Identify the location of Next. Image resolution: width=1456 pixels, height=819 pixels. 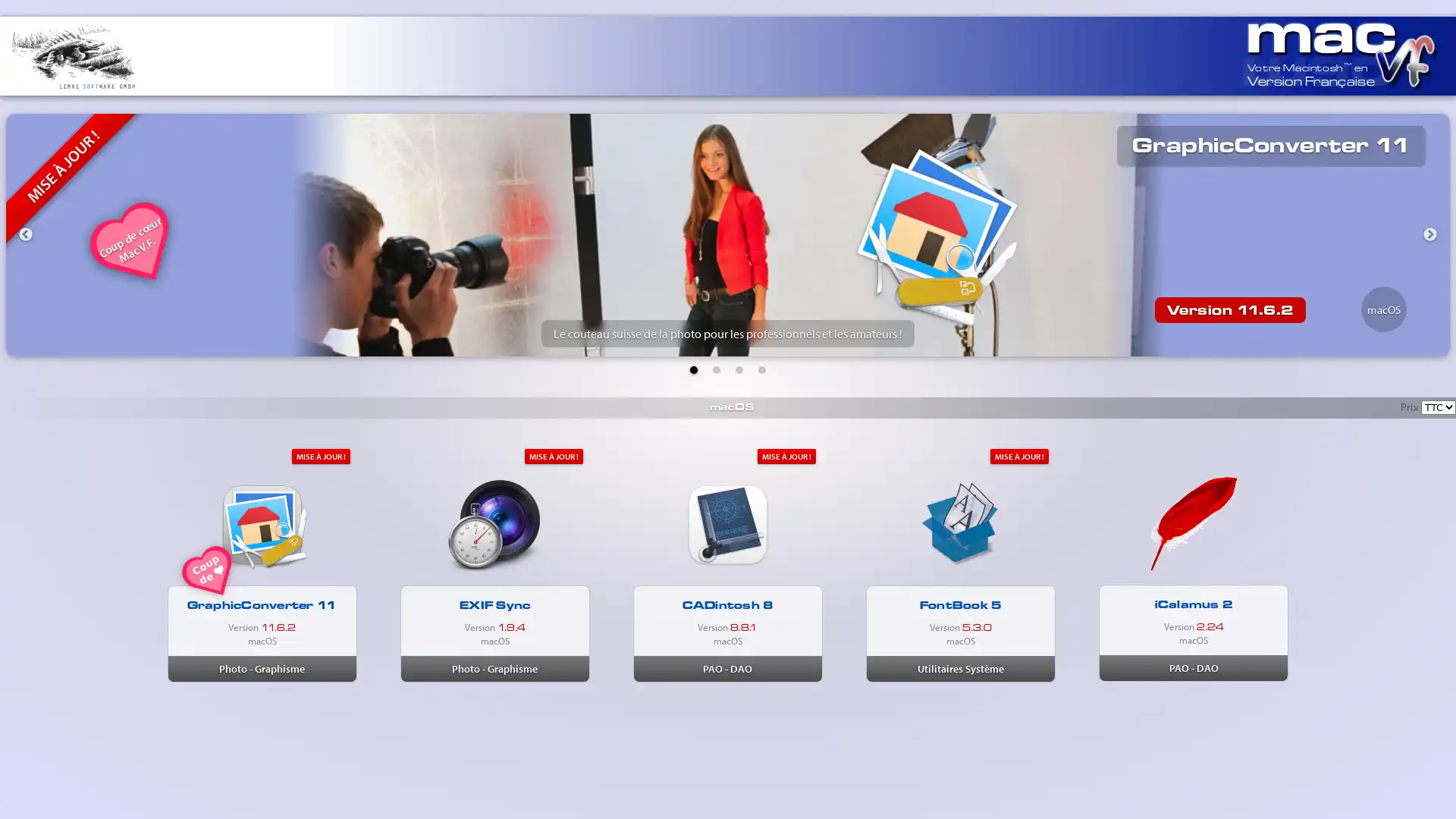
(1429, 234).